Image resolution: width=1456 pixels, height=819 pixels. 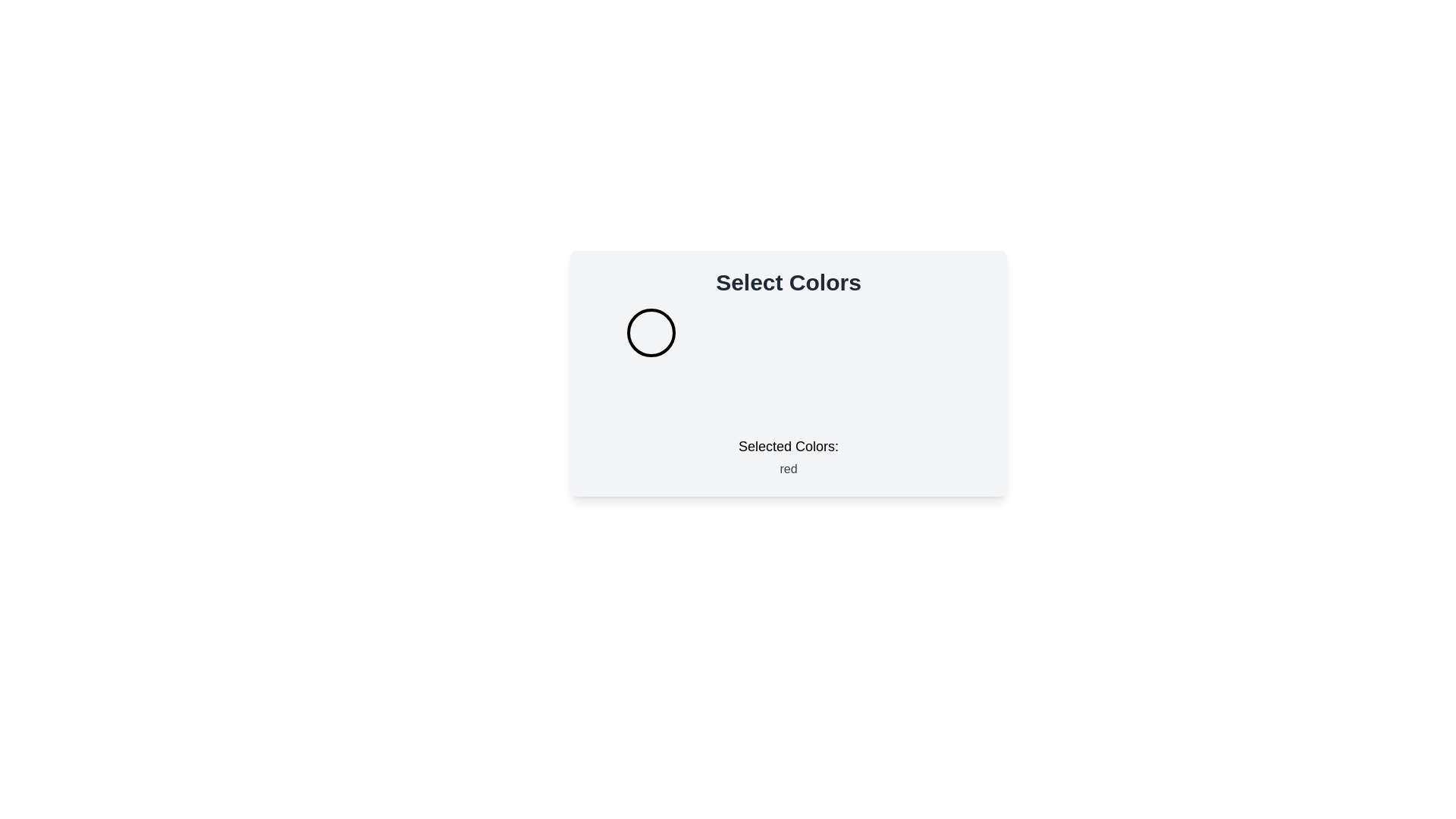 What do you see at coordinates (789, 374) in the screenshot?
I see `the color button within the interactive area of the modal` at bounding box center [789, 374].